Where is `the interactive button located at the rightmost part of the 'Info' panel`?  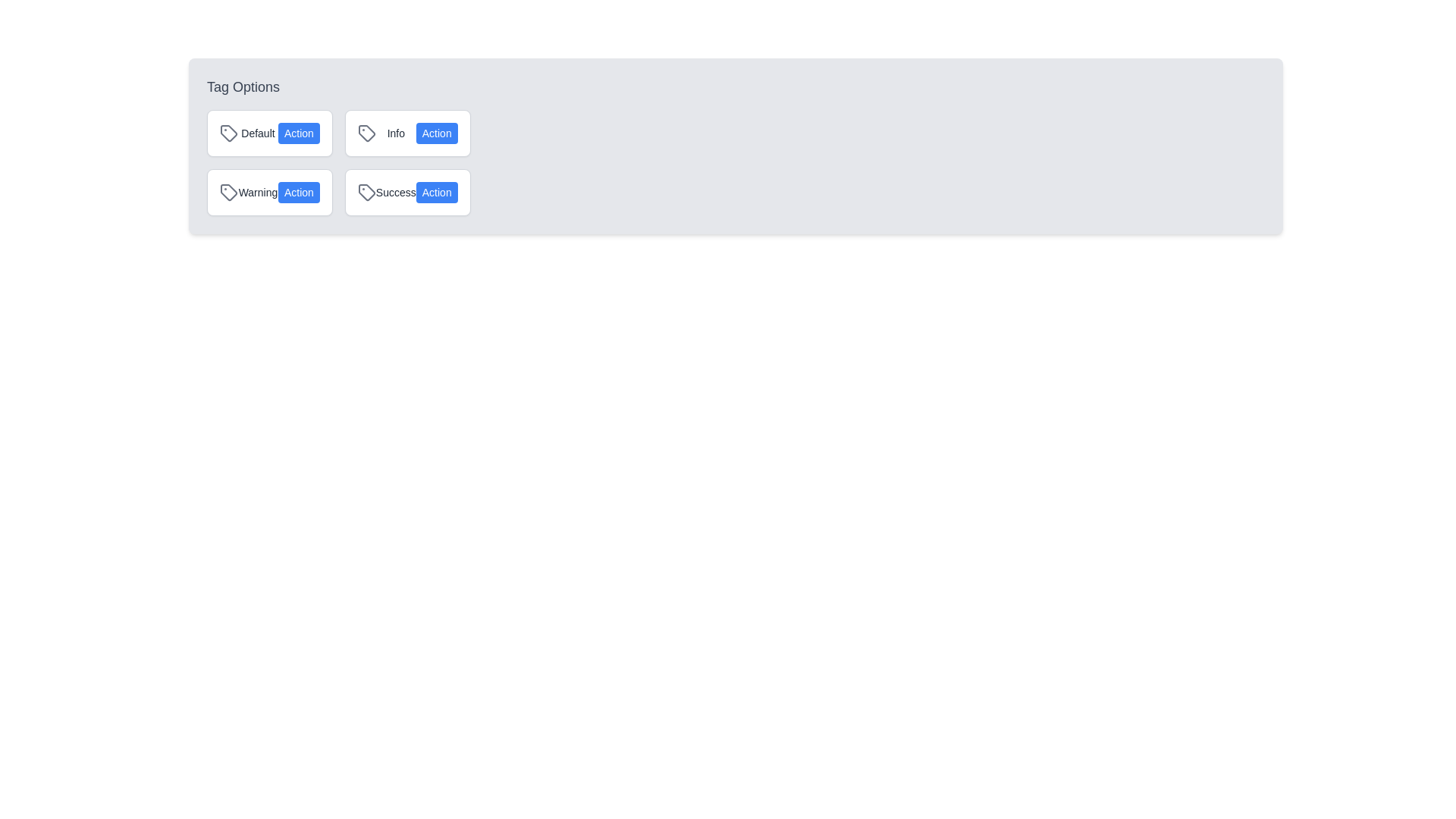 the interactive button located at the rightmost part of the 'Info' panel is located at coordinates (436, 133).